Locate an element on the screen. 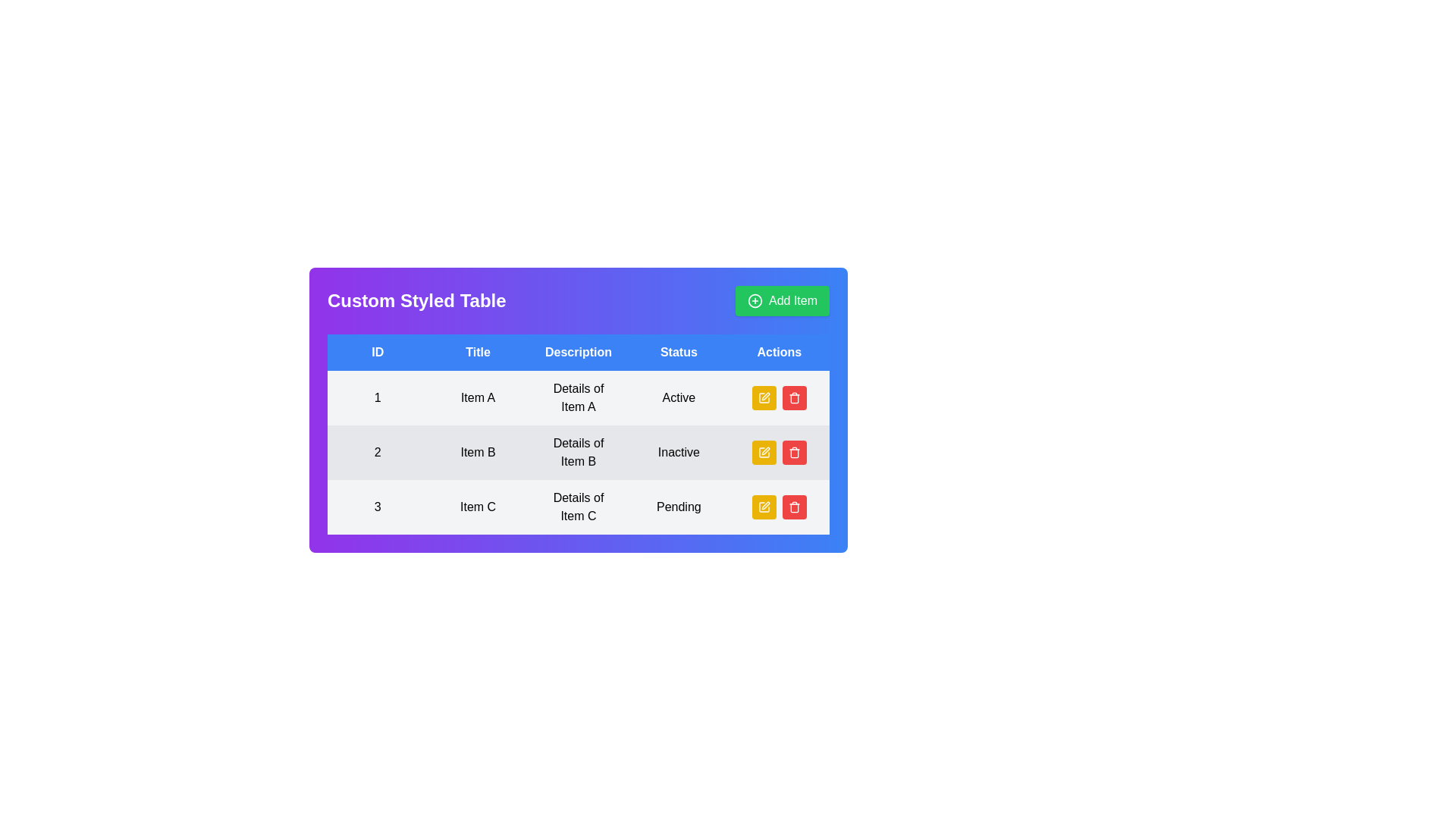  value of the table cell containing the character '2', which is centered in a light gray background under the 'ID' column in the second row is located at coordinates (378, 452).